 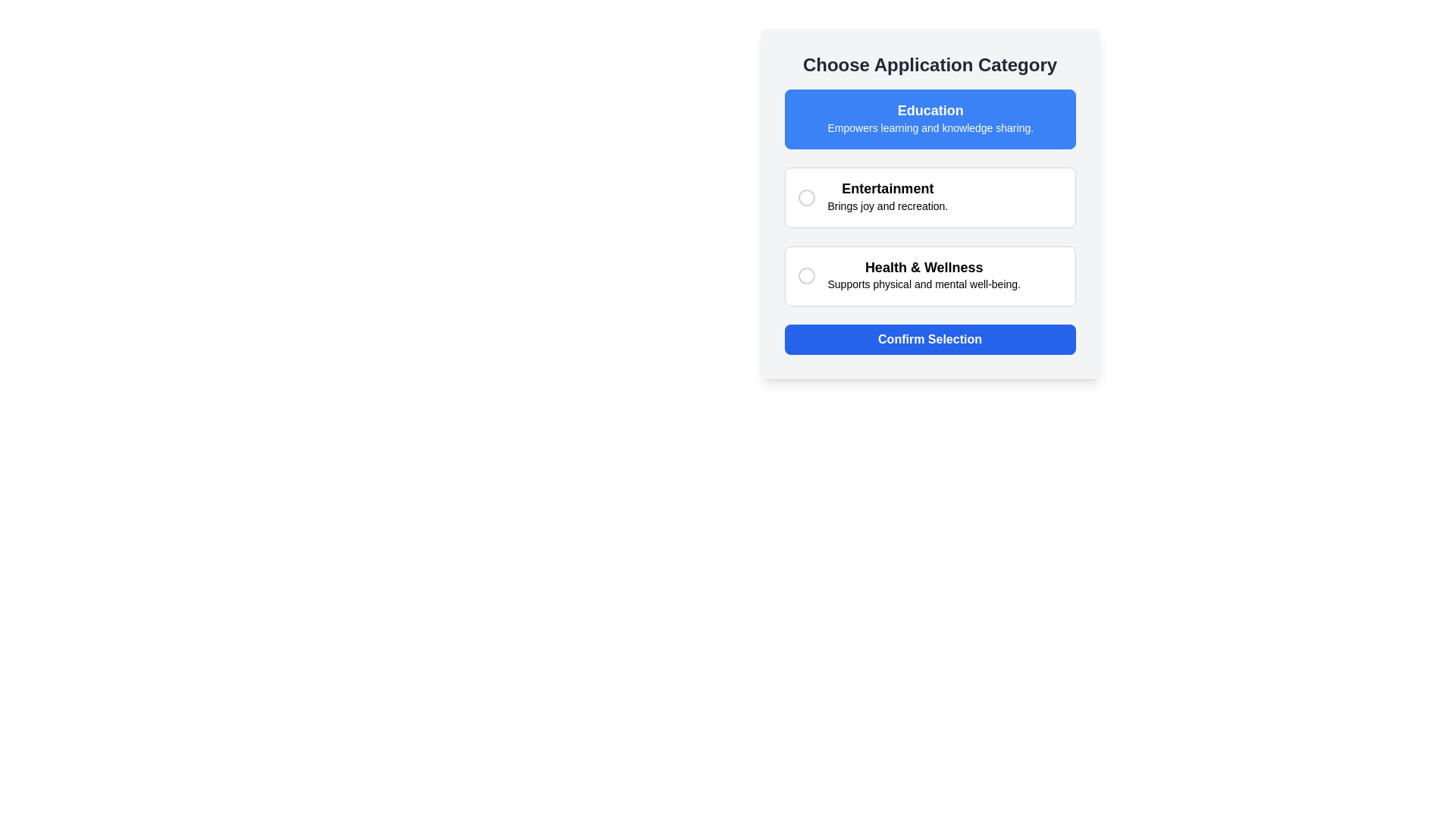 I want to click on the circular radio button icon outlined in light gray, located at the top-left corner of the 'Entertainment' selection card, adjacent to the heading label 'Entertainment', so click(x=805, y=196).